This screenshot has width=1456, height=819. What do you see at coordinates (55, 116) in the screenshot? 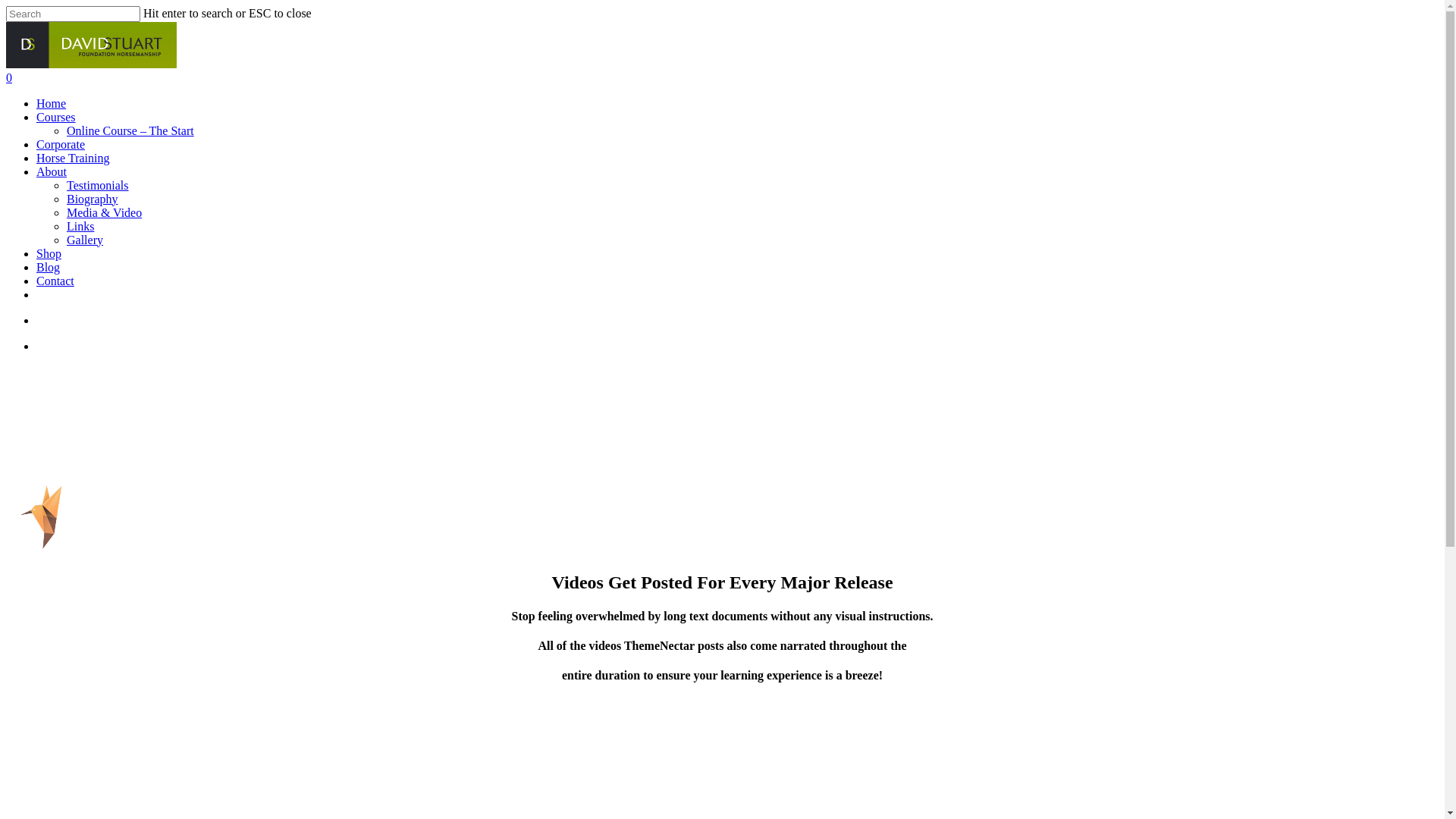
I see `'Courses'` at bounding box center [55, 116].